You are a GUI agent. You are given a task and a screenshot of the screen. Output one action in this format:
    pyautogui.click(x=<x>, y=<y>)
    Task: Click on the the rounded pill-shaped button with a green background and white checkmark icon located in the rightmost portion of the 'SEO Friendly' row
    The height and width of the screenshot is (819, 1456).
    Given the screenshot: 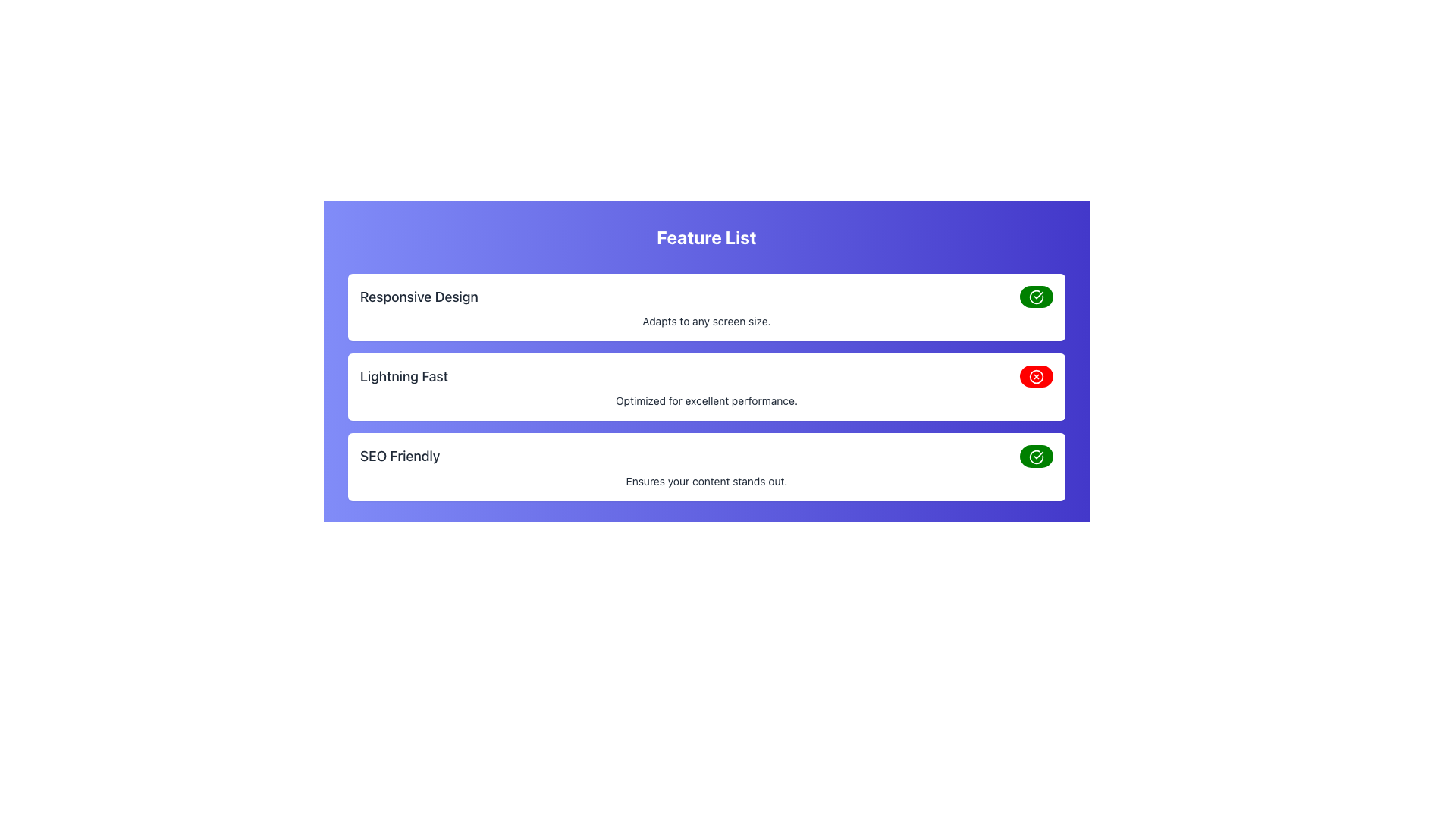 What is the action you would take?
    pyautogui.click(x=1036, y=455)
    